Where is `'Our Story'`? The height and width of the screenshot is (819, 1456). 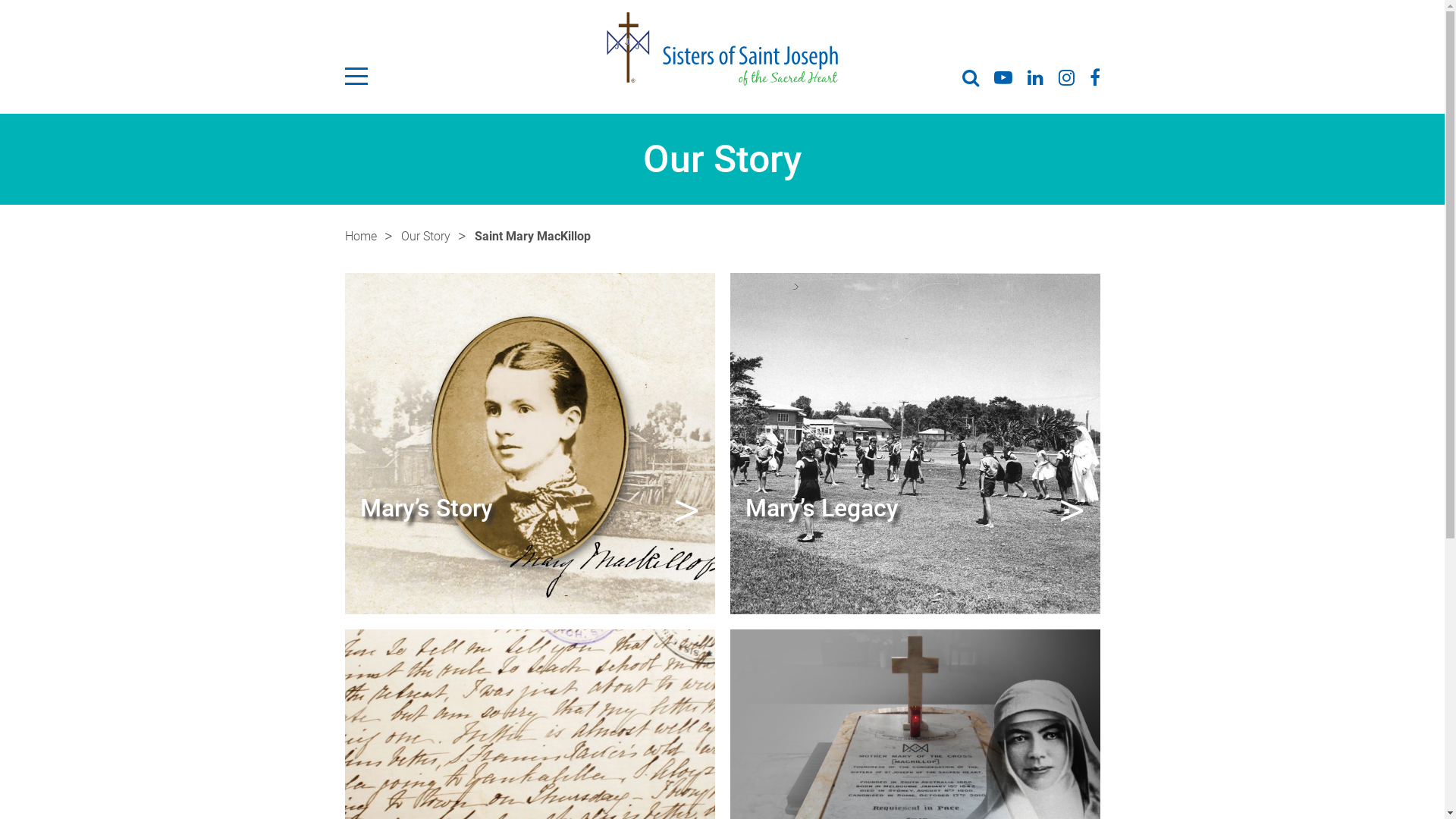
'Our Story' is located at coordinates (400, 237).